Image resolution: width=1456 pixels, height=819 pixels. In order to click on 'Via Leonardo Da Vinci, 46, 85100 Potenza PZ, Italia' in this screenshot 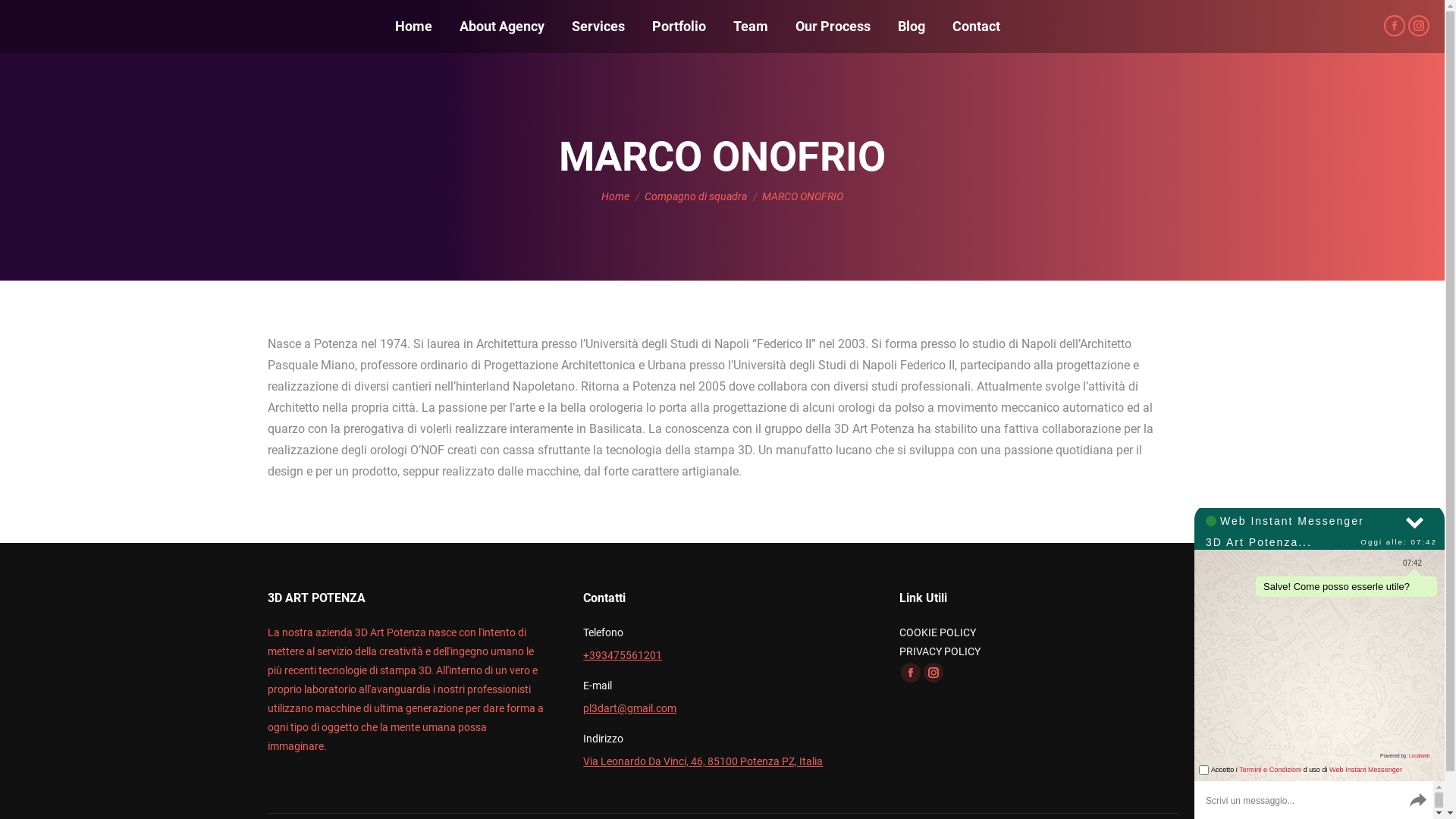, I will do `click(701, 761)`.